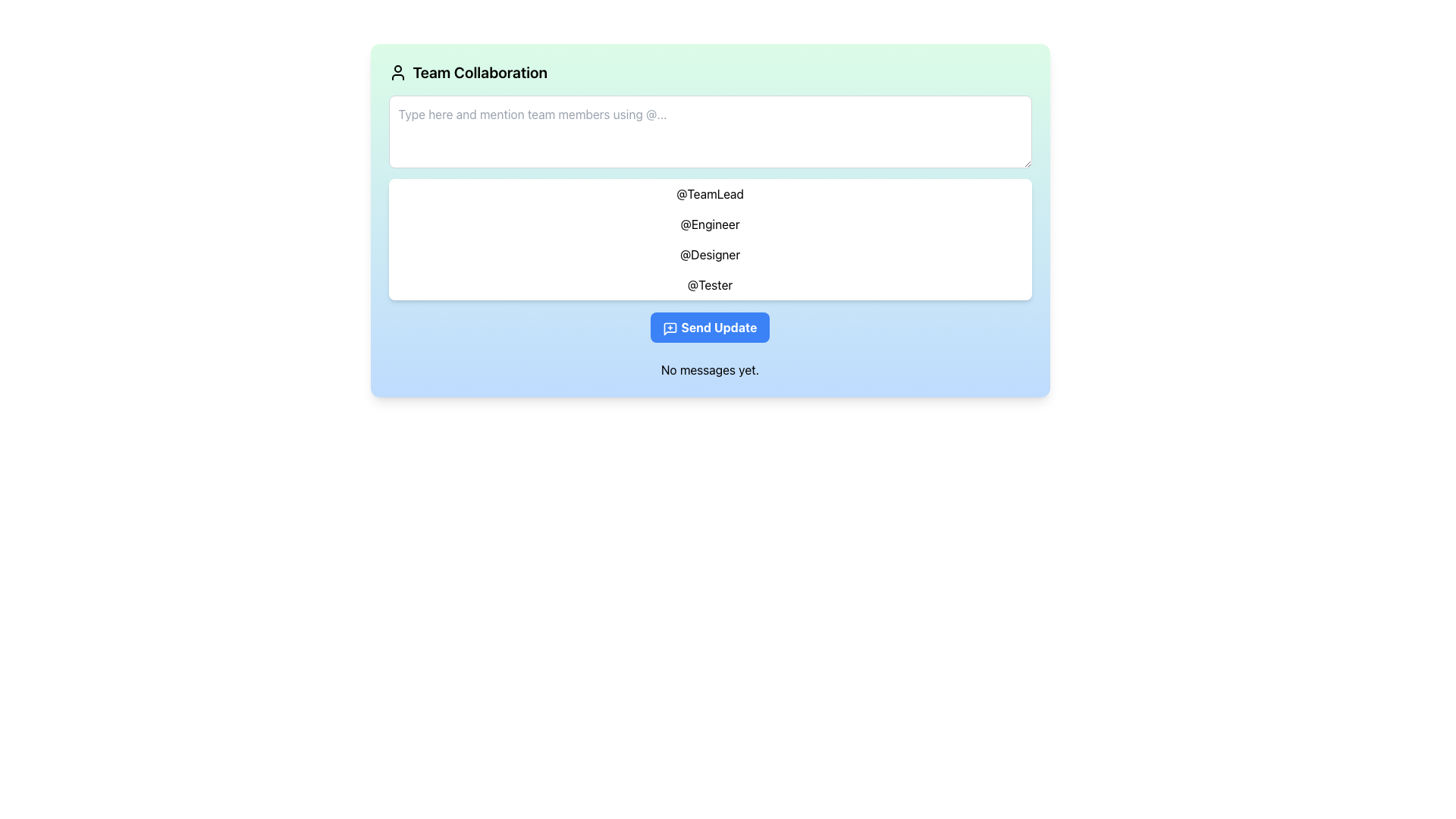  I want to click on the button with a blue background and white text labeled 'Send Update', which is positioned below the list of usernames and above the text 'No messages yet', so click(709, 327).